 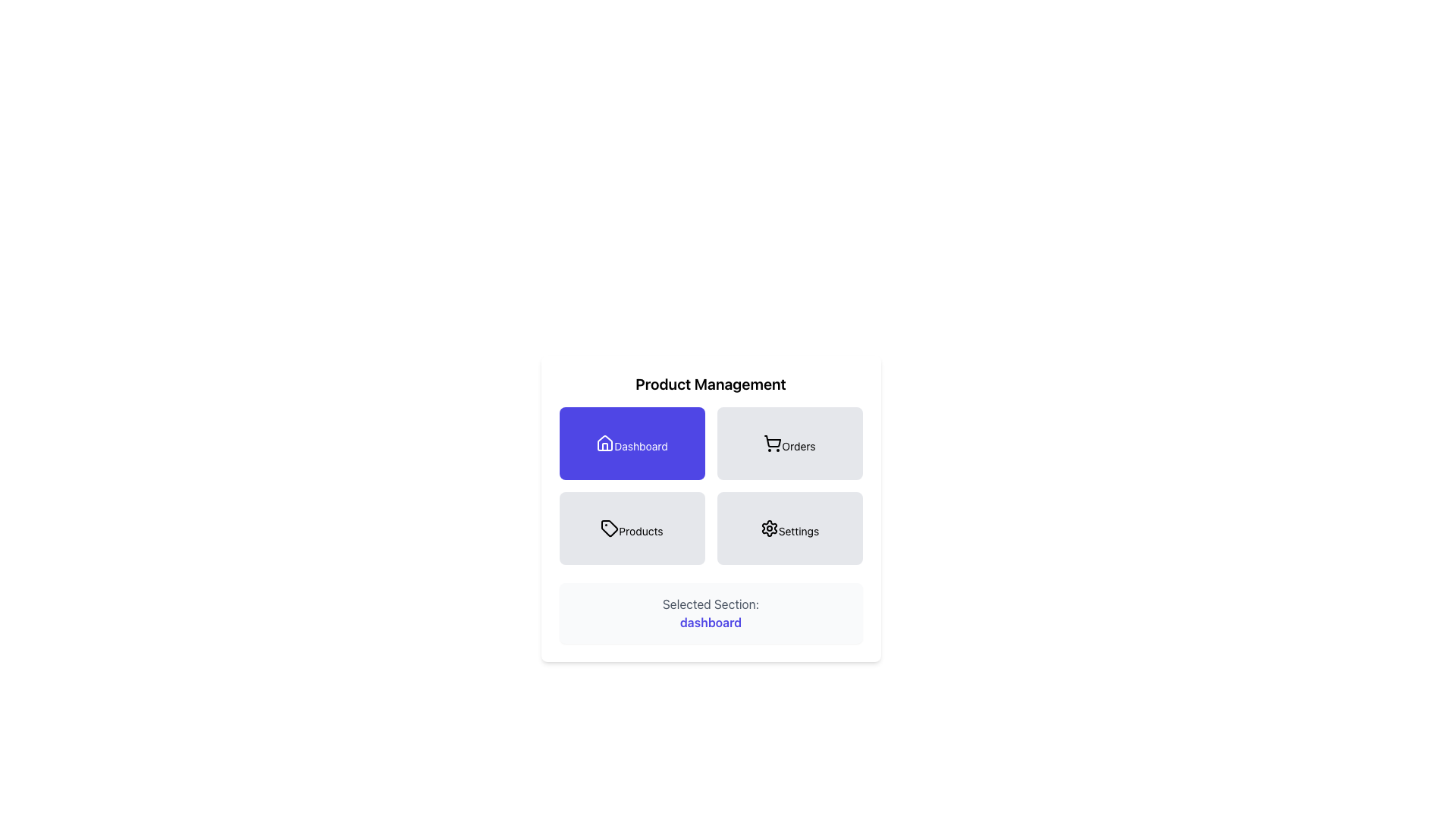 I want to click on the 'Settings' static text located at the bottom-right of its button within a 2x2 grid of buttons, so click(x=798, y=531).